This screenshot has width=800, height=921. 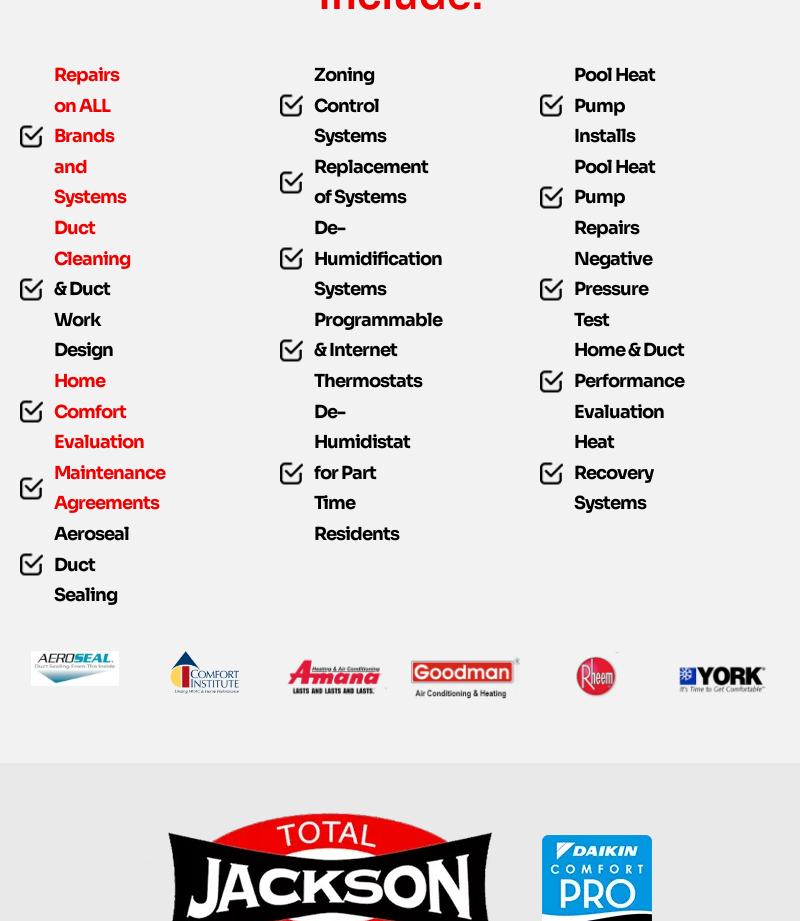 What do you see at coordinates (82, 360) in the screenshot?
I see `'& Duct Work Design'` at bounding box center [82, 360].